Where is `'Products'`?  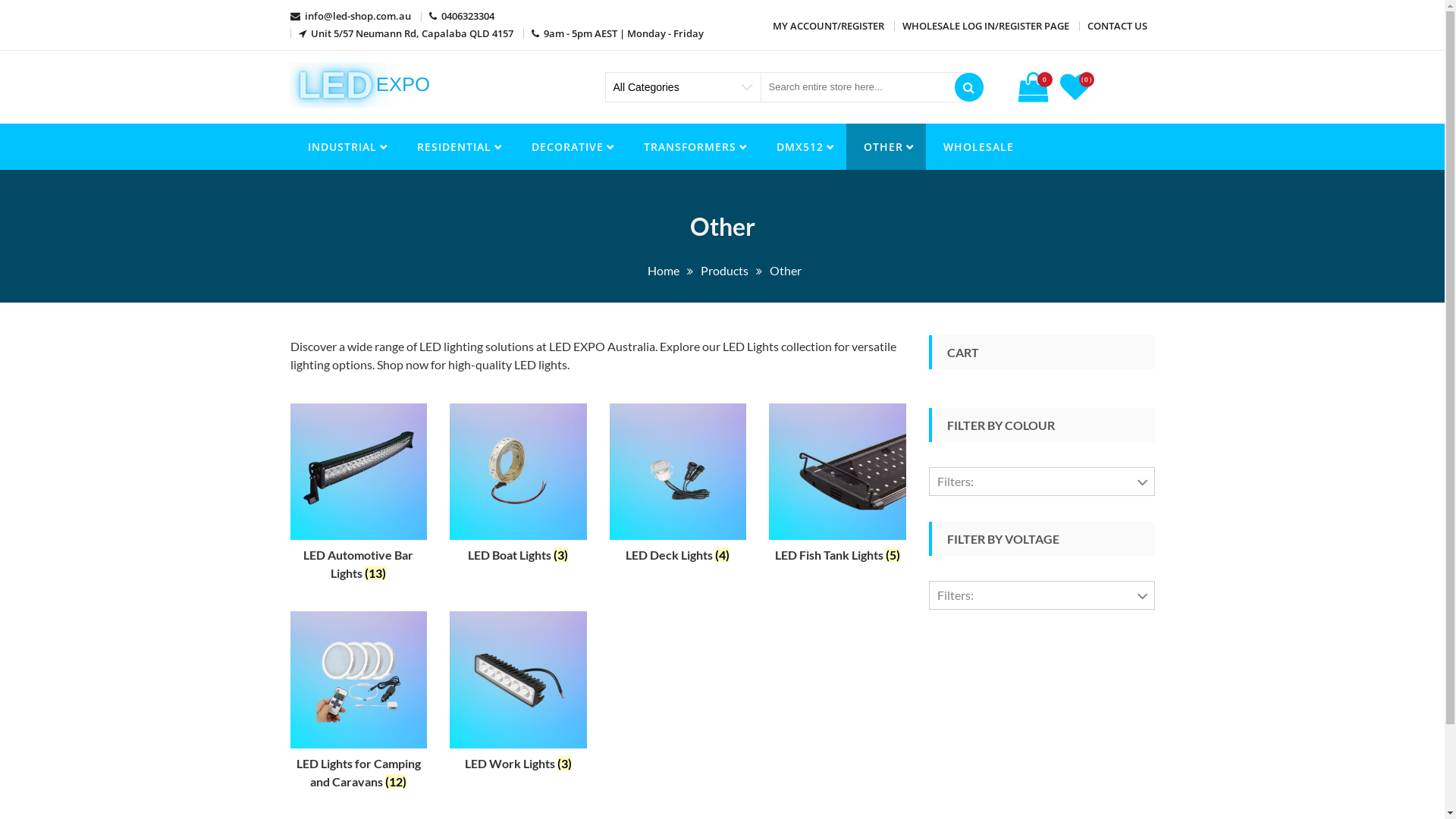 'Products' is located at coordinates (723, 269).